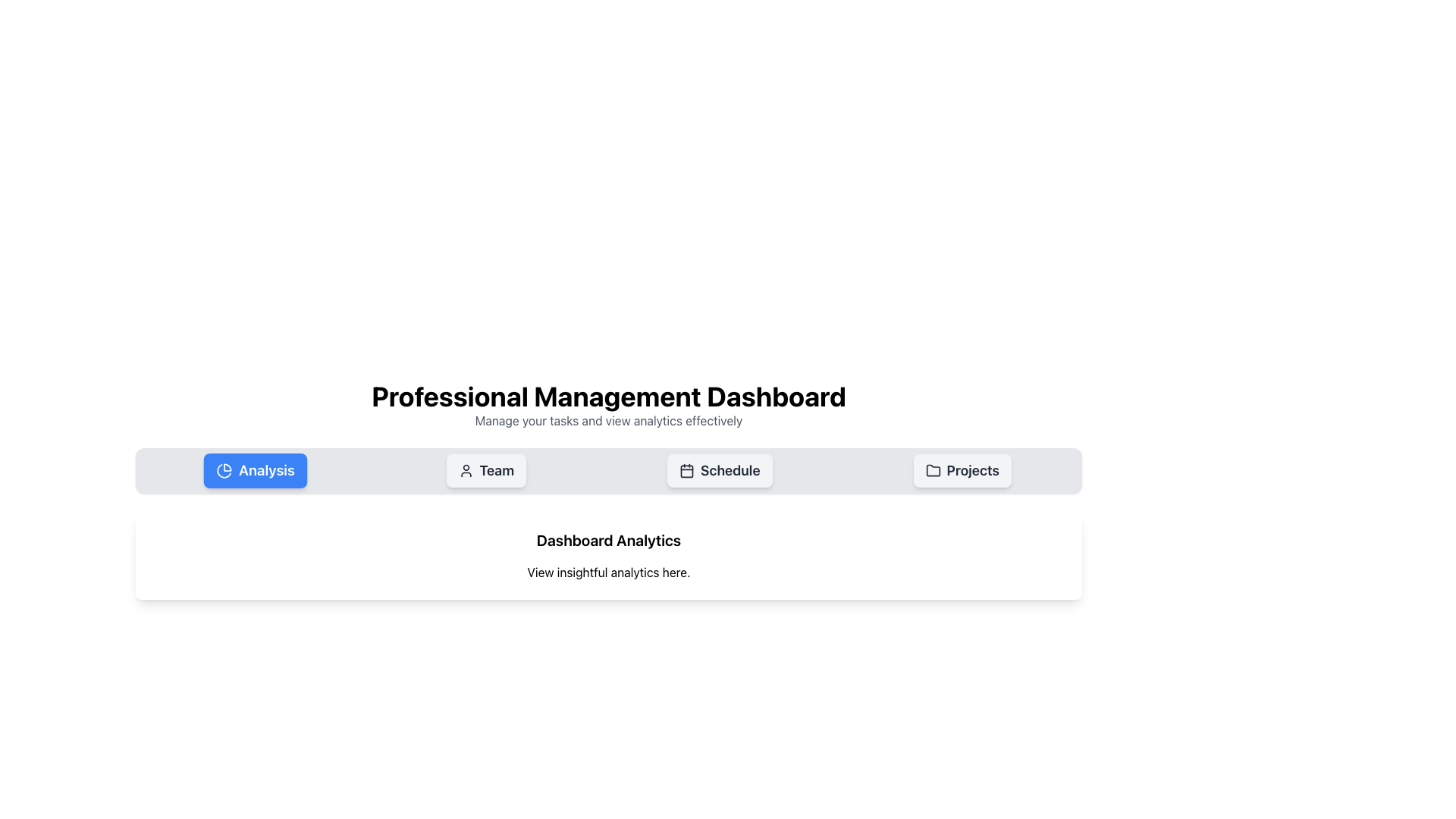  What do you see at coordinates (686, 470) in the screenshot?
I see `the decorative scheduling icon located to the left of the 'Schedule' text in the navigation bar` at bounding box center [686, 470].